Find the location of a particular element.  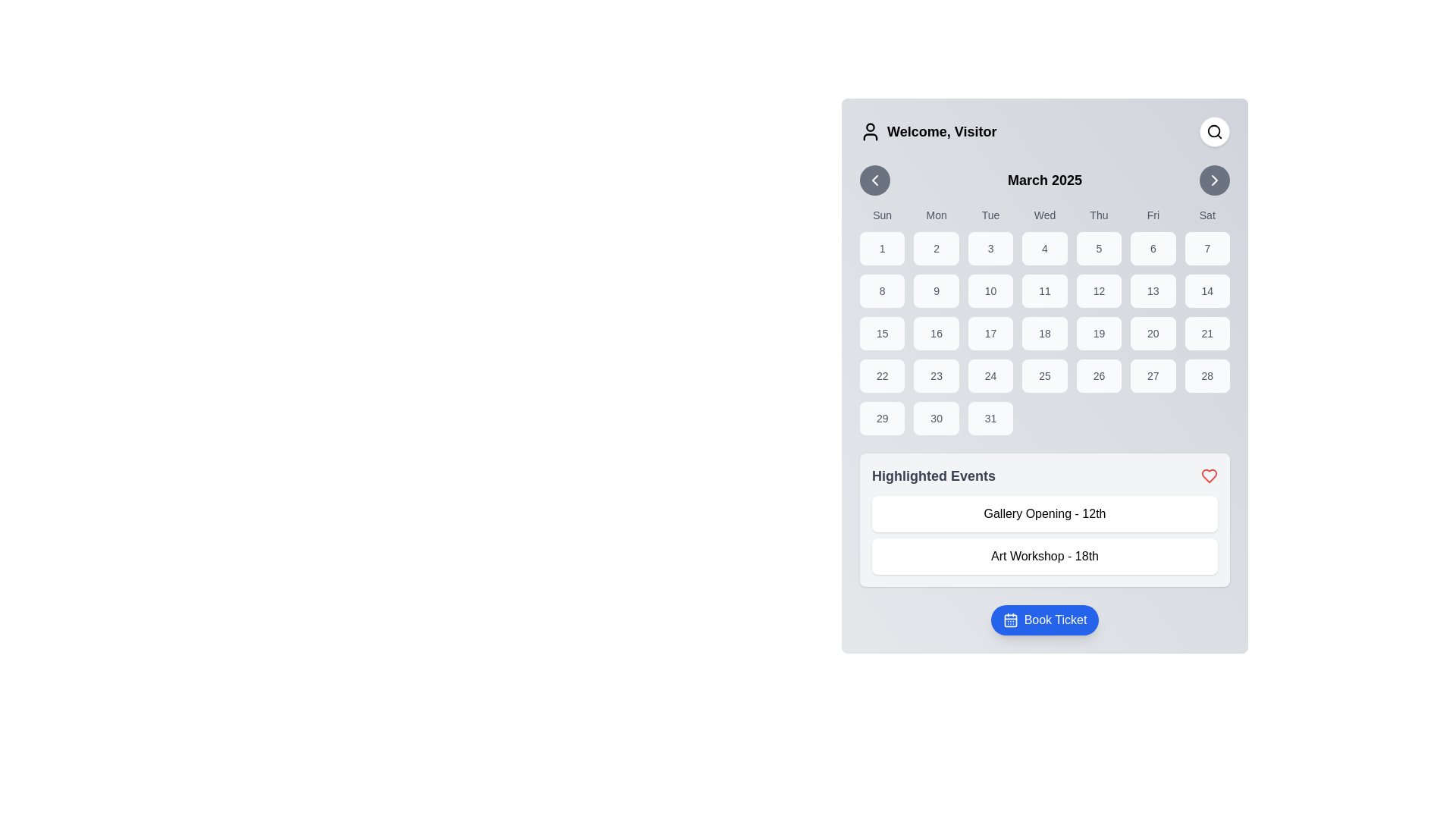

the Calendar day cell displaying the number '15' in the fourth row and first column of the March 2025 calendar is located at coordinates (882, 332).